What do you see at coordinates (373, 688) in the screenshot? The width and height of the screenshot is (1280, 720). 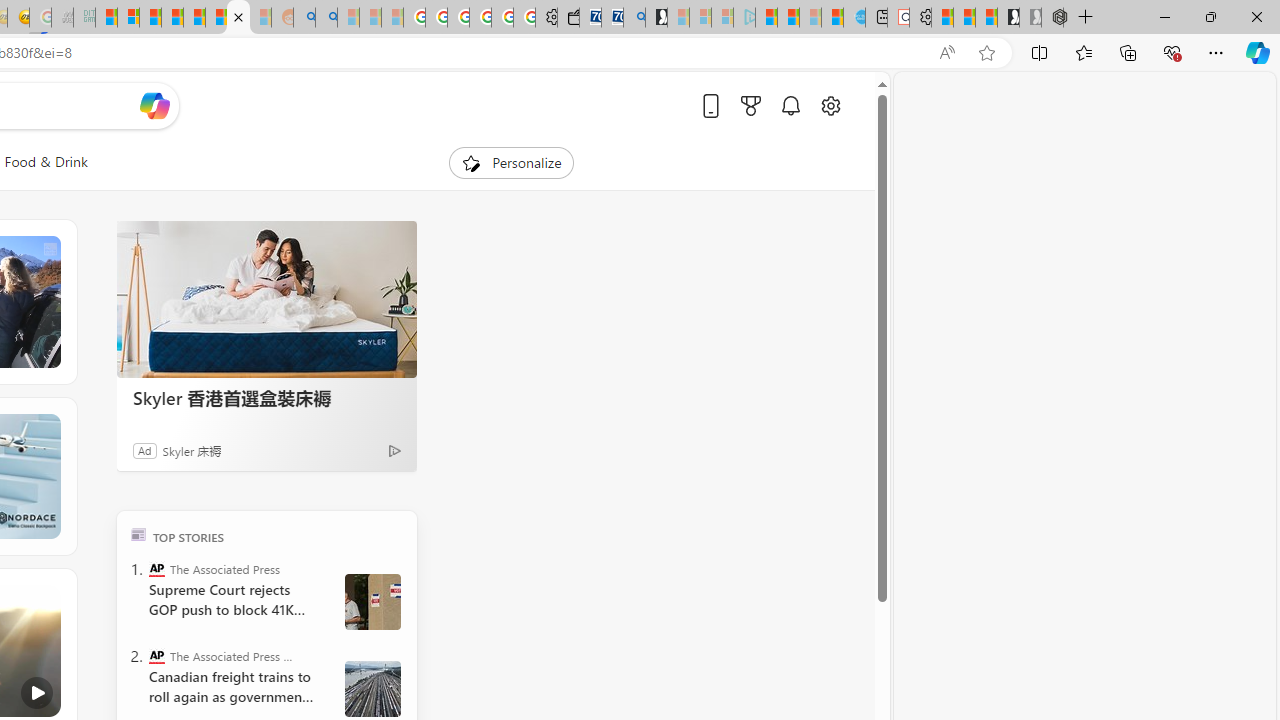 I see `' Canada Railroads Unions'` at bounding box center [373, 688].